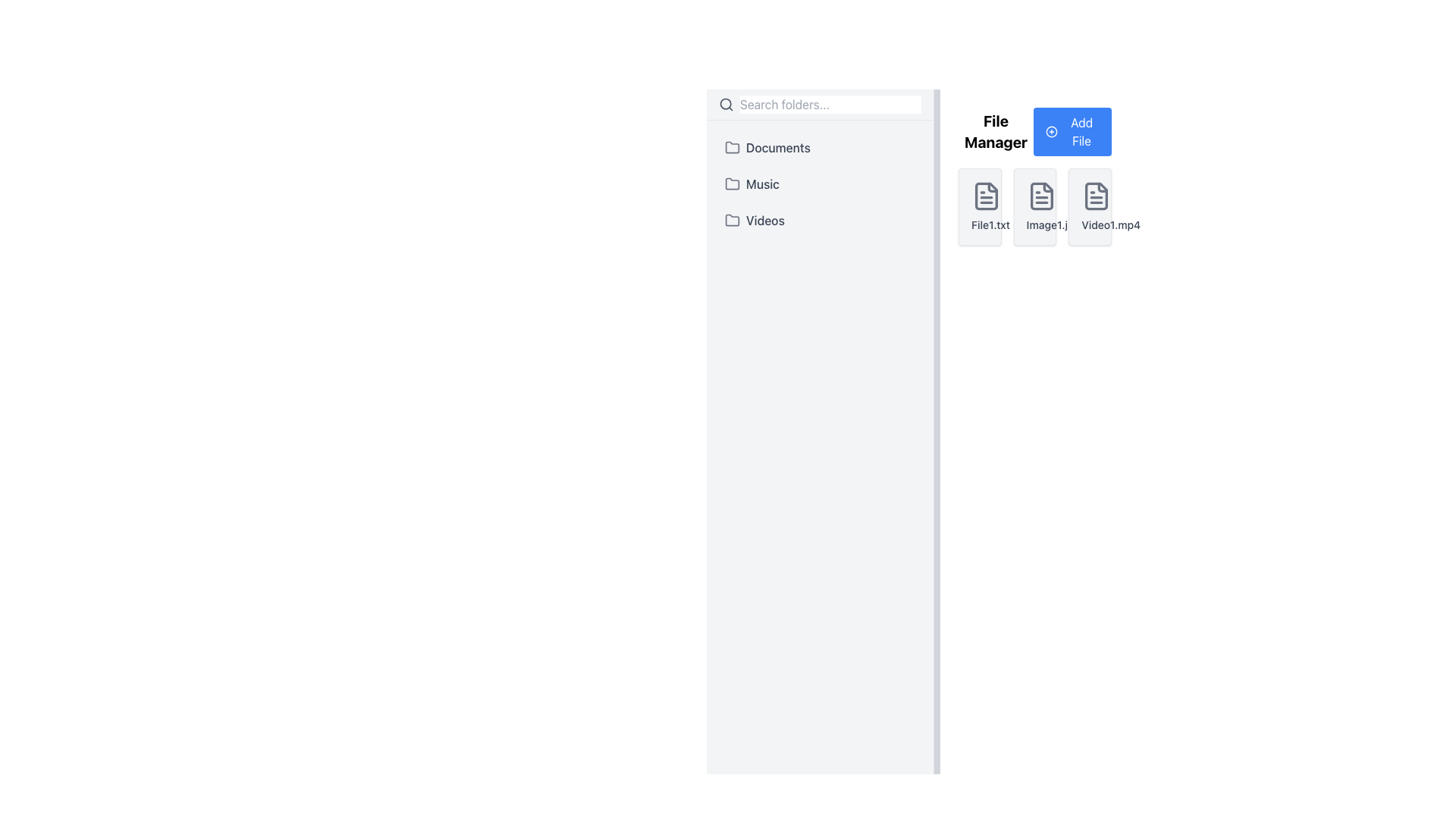 This screenshot has width=1456, height=819. What do you see at coordinates (819, 184) in the screenshot?
I see `to select the 'Music' folder item in the left sidebar of the file navigation panel, which is the second item in a vertical list of folder entries` at bounding box center [819, 184].